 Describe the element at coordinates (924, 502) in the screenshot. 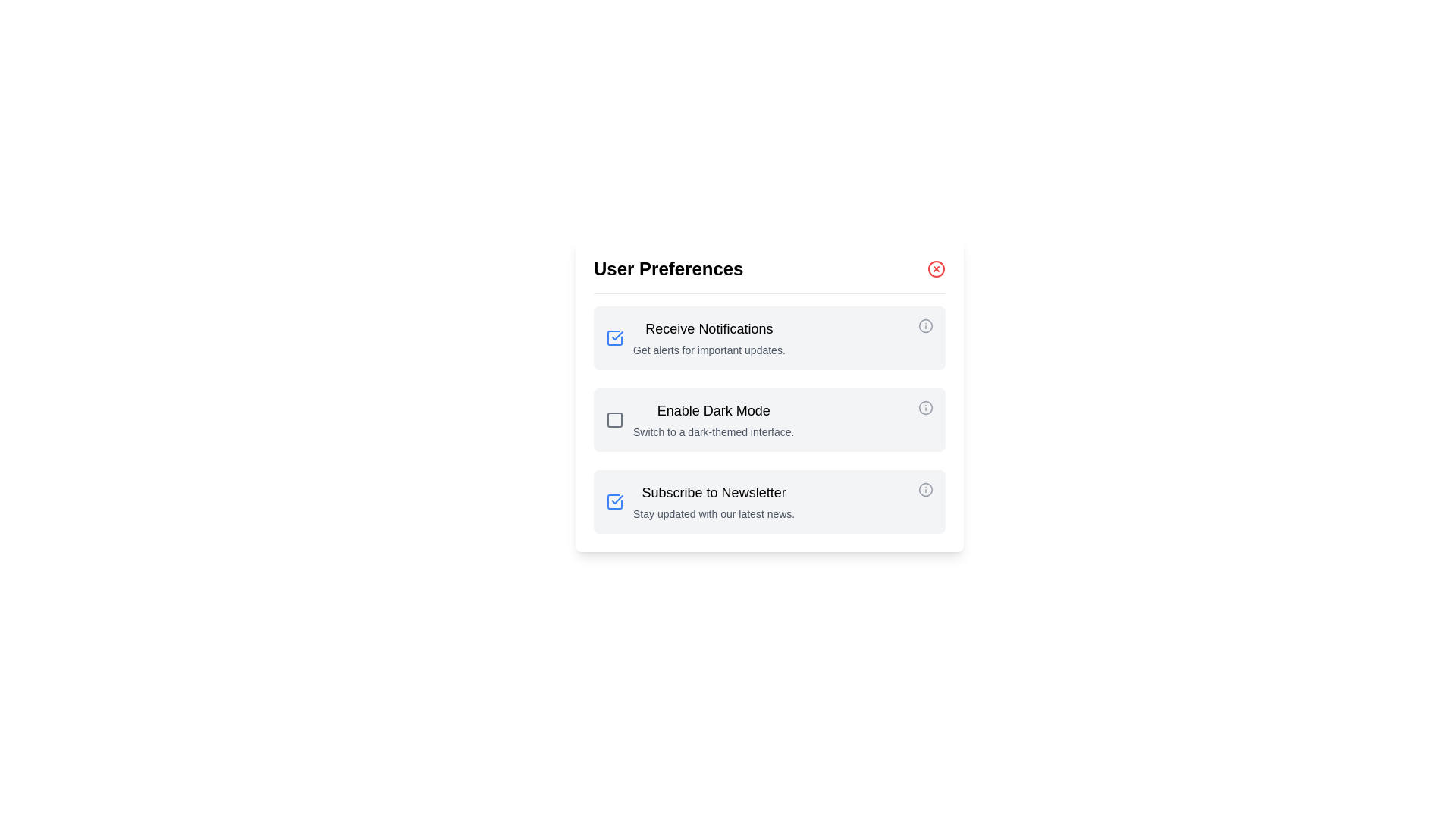

I see `the Tooltip trigger icon located to the right of the 'Subscribe to Newsletter' setting` at that location.